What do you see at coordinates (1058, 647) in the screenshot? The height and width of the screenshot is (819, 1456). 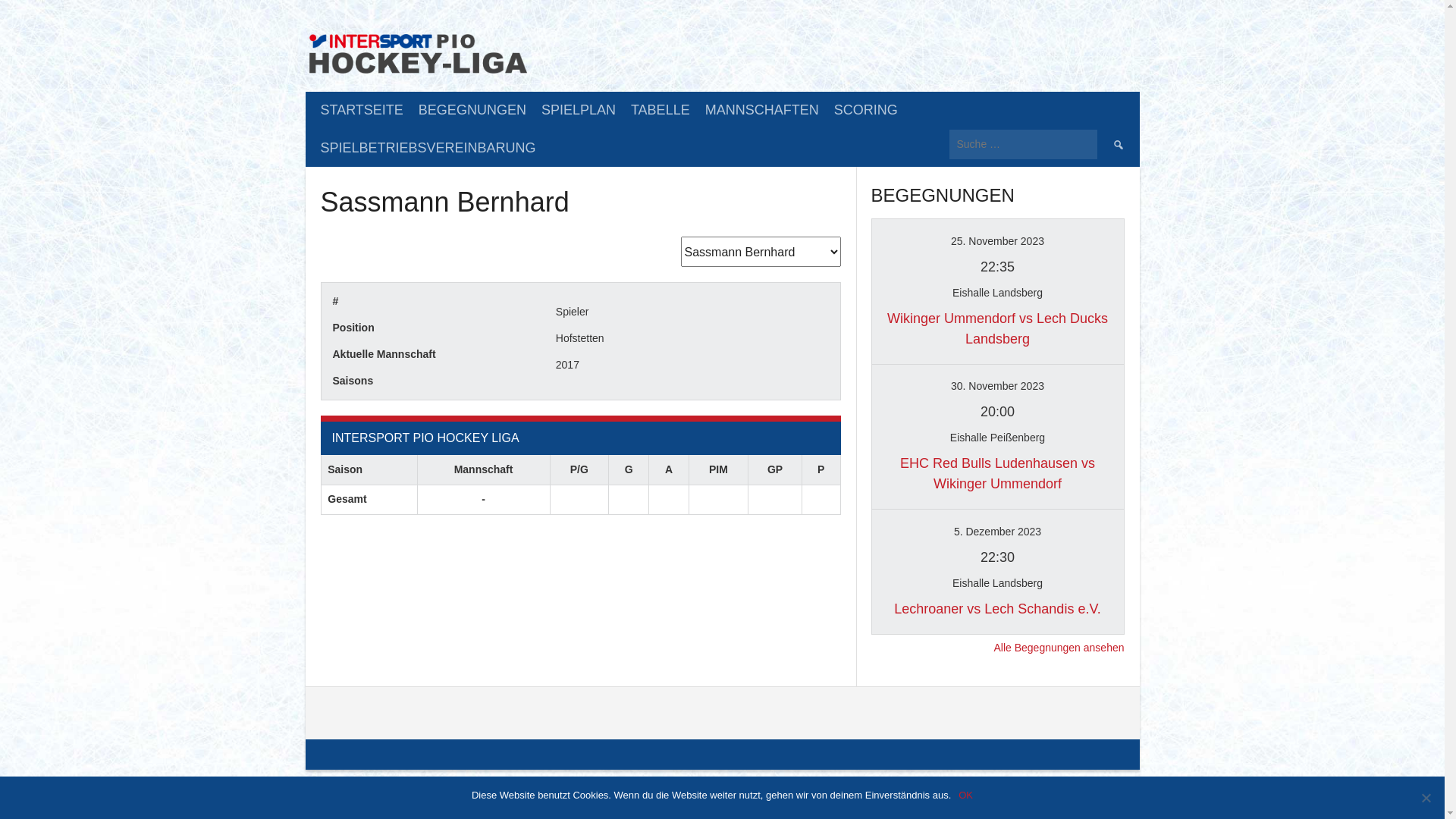 I see `'Alle Begegnungen ansehen'` at bounding box center [1058, 647].